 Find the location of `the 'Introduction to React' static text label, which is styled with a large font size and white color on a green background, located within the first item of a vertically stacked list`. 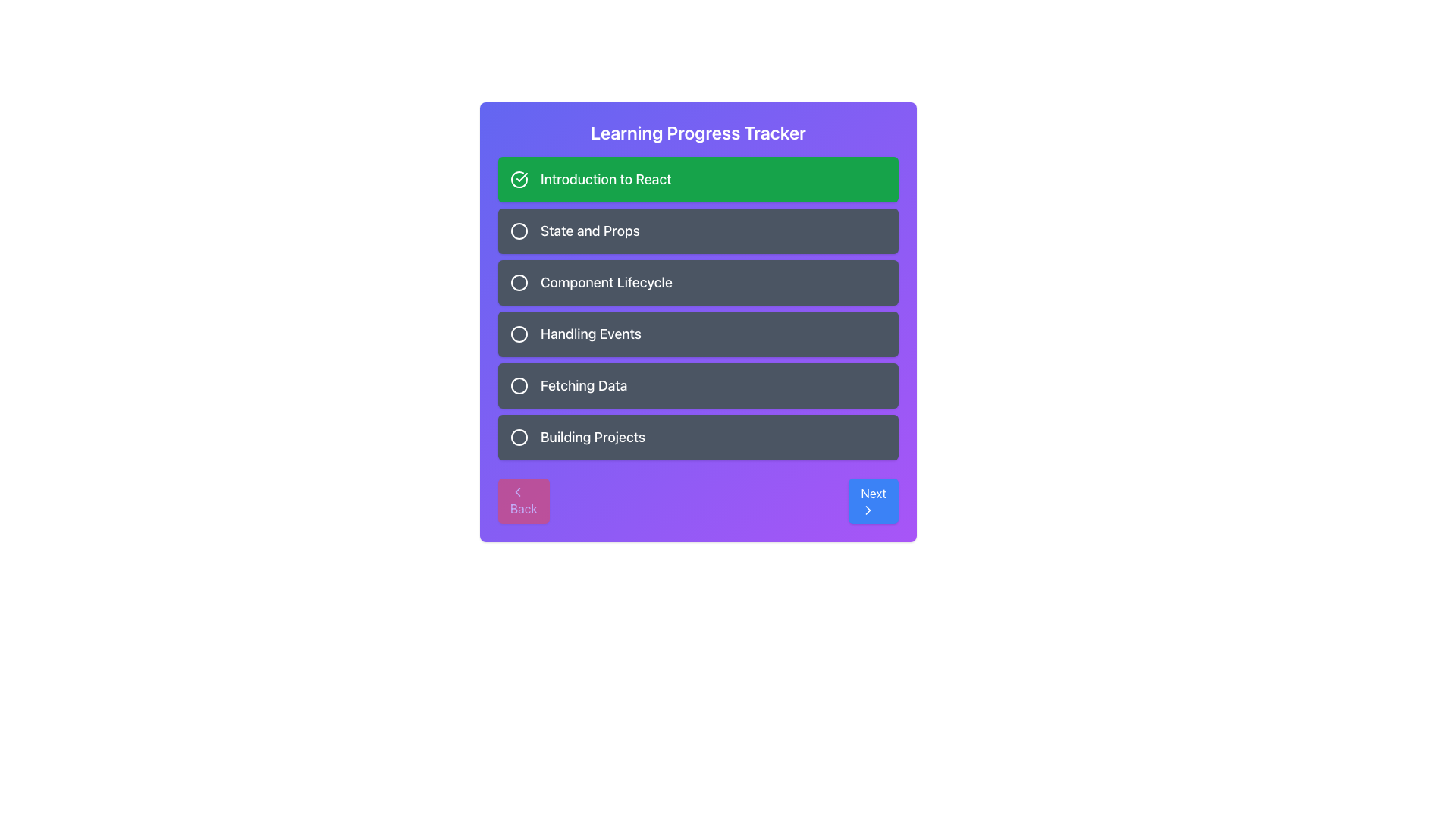

the 'Introduction to React' static text label, which is styled with a large font size and white color on a green background, located within the first item of a vertically stacked list is located at coordinates (605, 178).